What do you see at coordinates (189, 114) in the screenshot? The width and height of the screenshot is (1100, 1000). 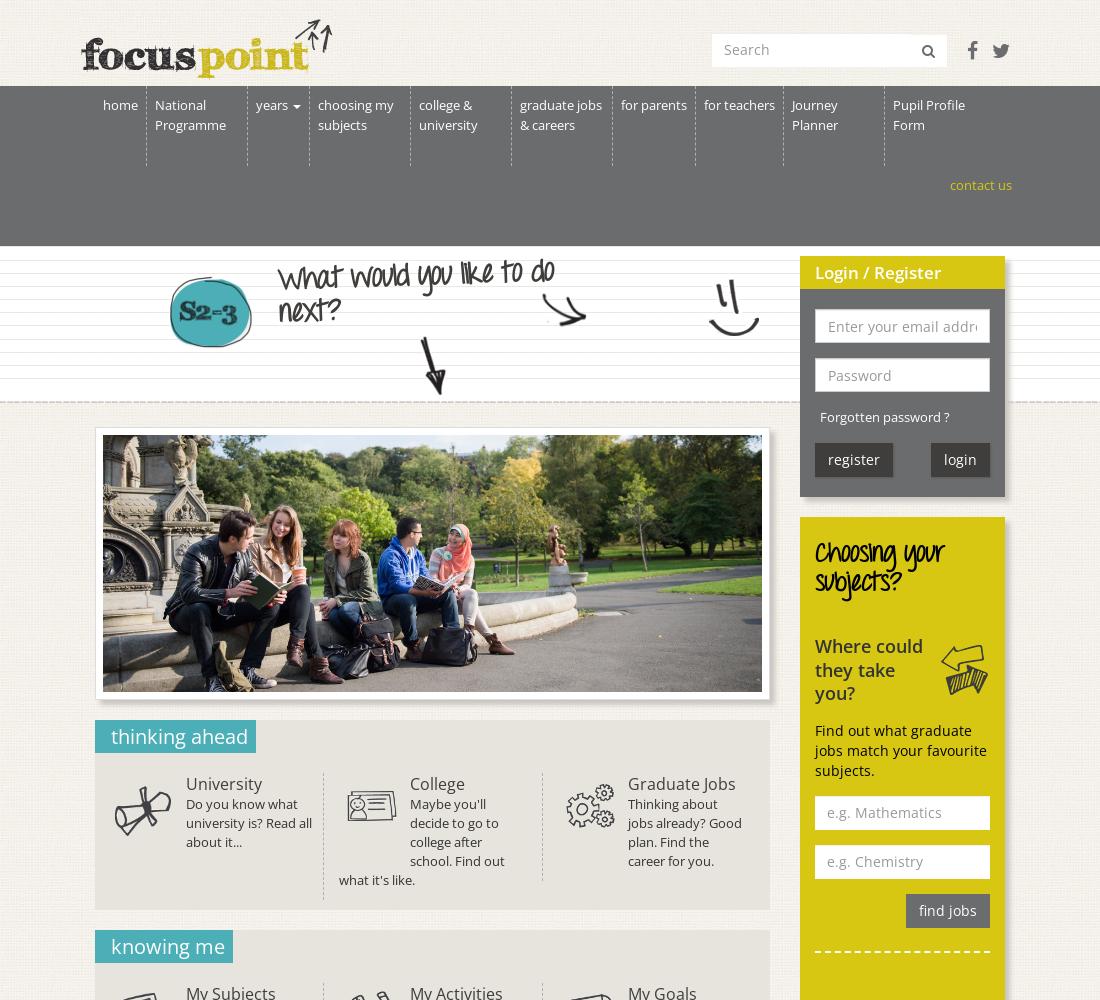 I see `'National Programme'` at bounding box center [189, 114].